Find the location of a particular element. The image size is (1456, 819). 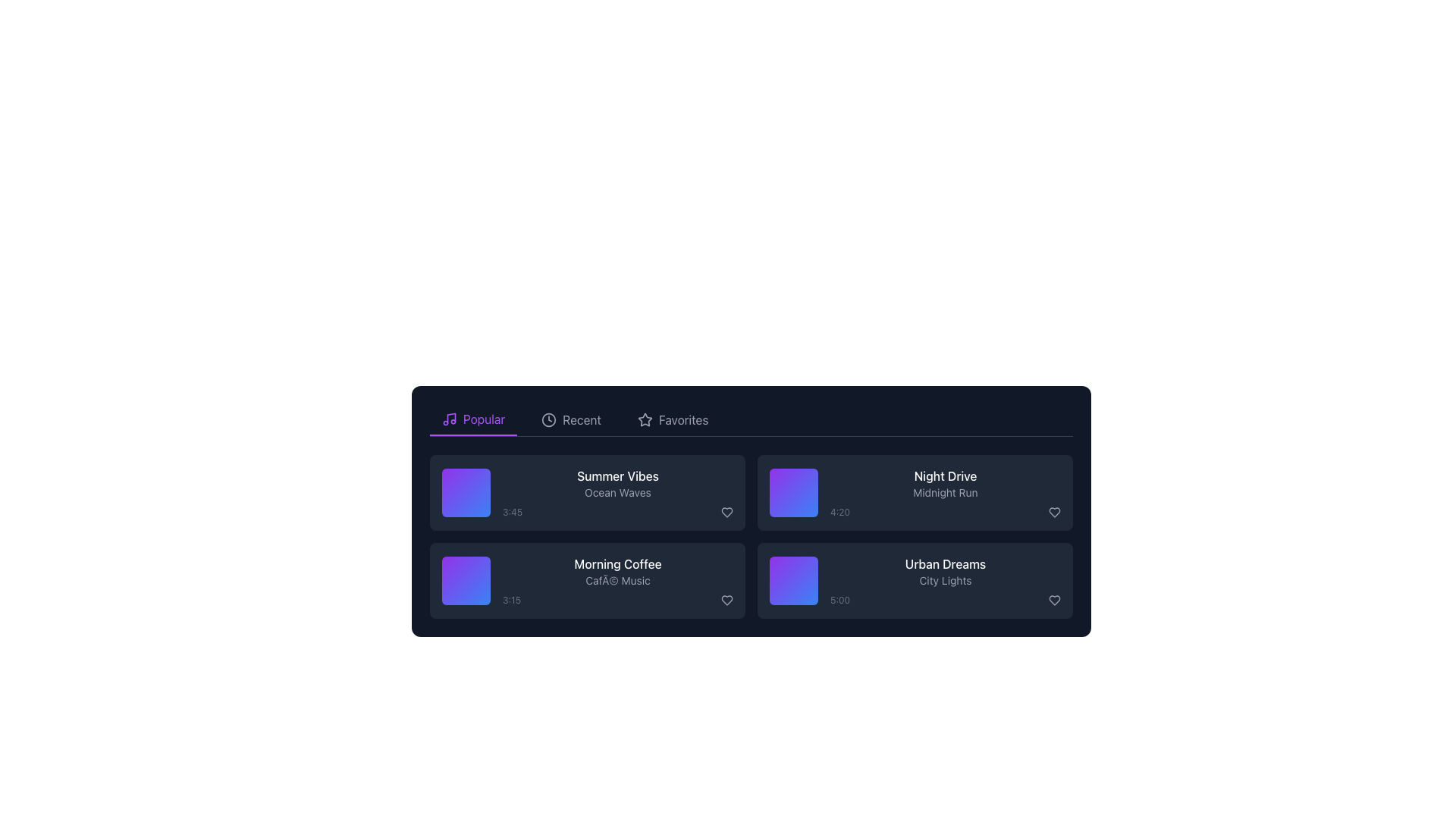

the heart-shaped icon button located in the bottom-right corner of the card for the song 'Night Drive' to mark it as a favorite is located at coordinates (1054, 512).